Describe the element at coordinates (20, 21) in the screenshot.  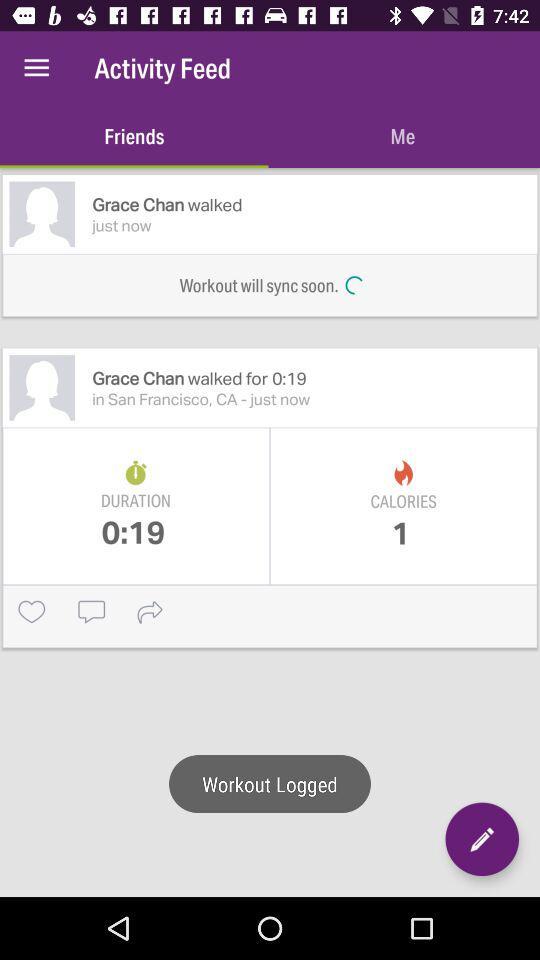
I see `the label icon` at that location.